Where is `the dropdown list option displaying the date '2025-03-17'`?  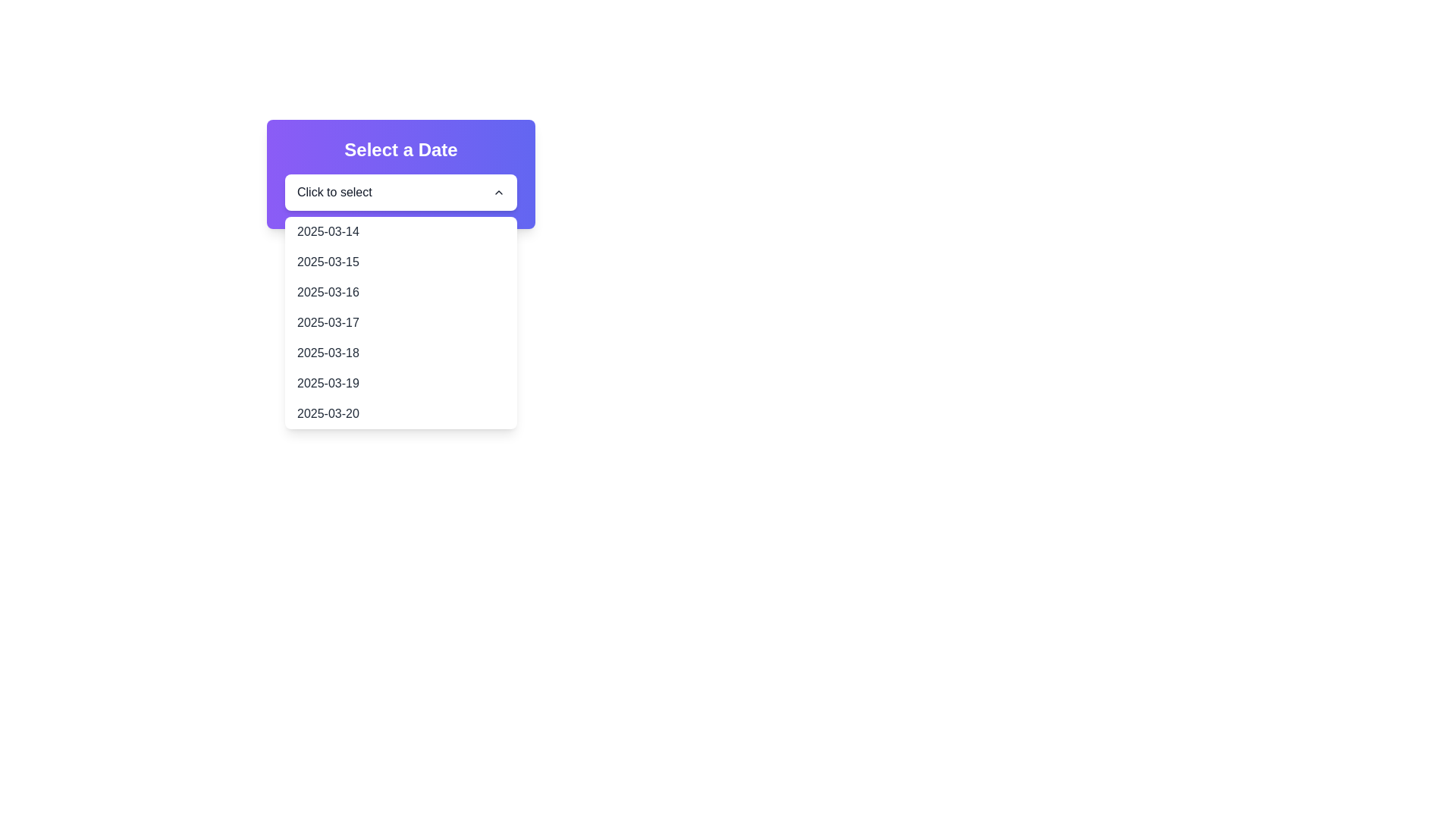 the dropdown list option displaying the date '2025-03-17' is located at coordinates (327, 322).